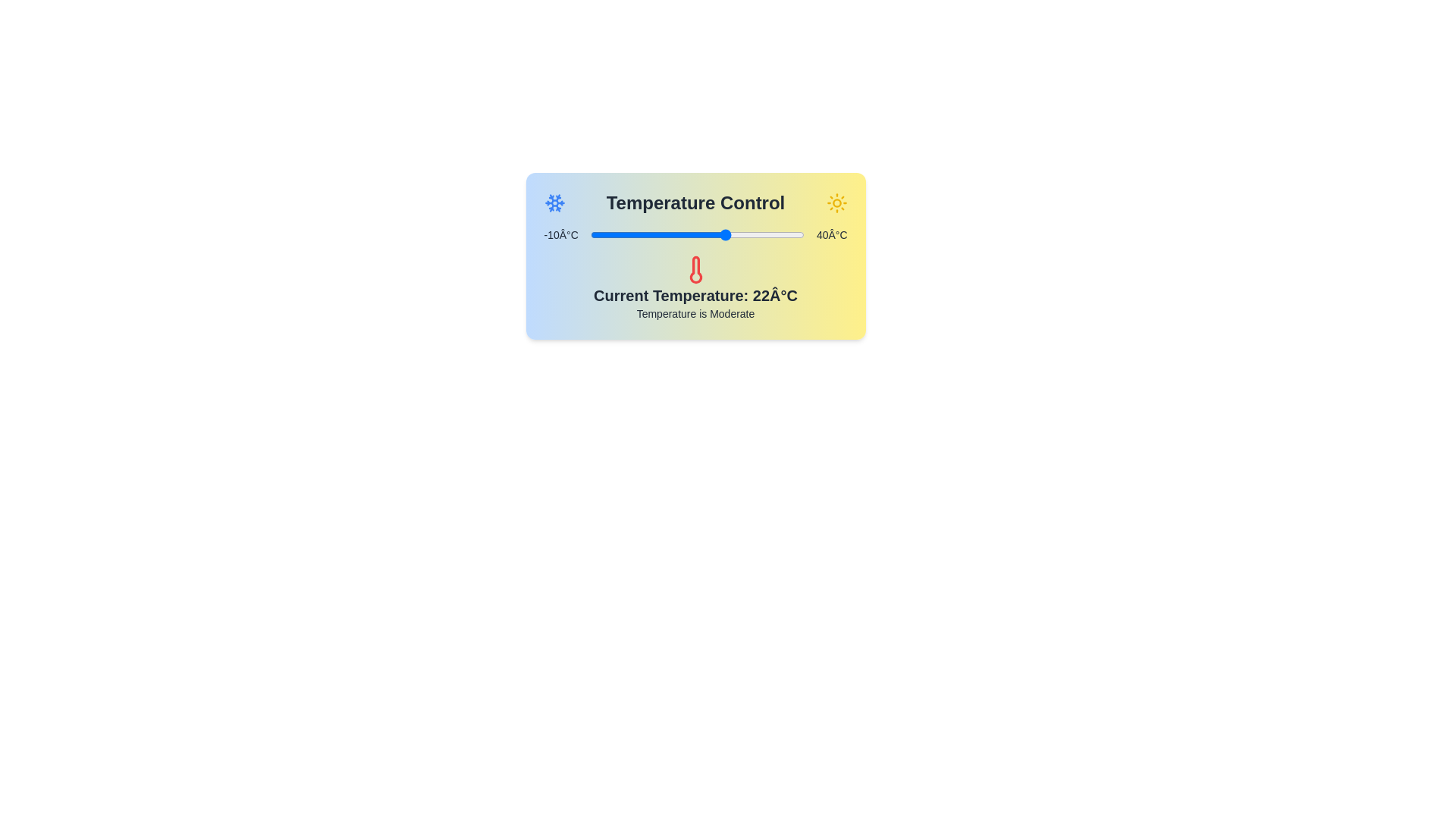 This screenshot has width=1456, height=819. Describe the element at coordinates (602, 234) in the screenshot. I see `the slider to set the temperature to -7°C` at that location.